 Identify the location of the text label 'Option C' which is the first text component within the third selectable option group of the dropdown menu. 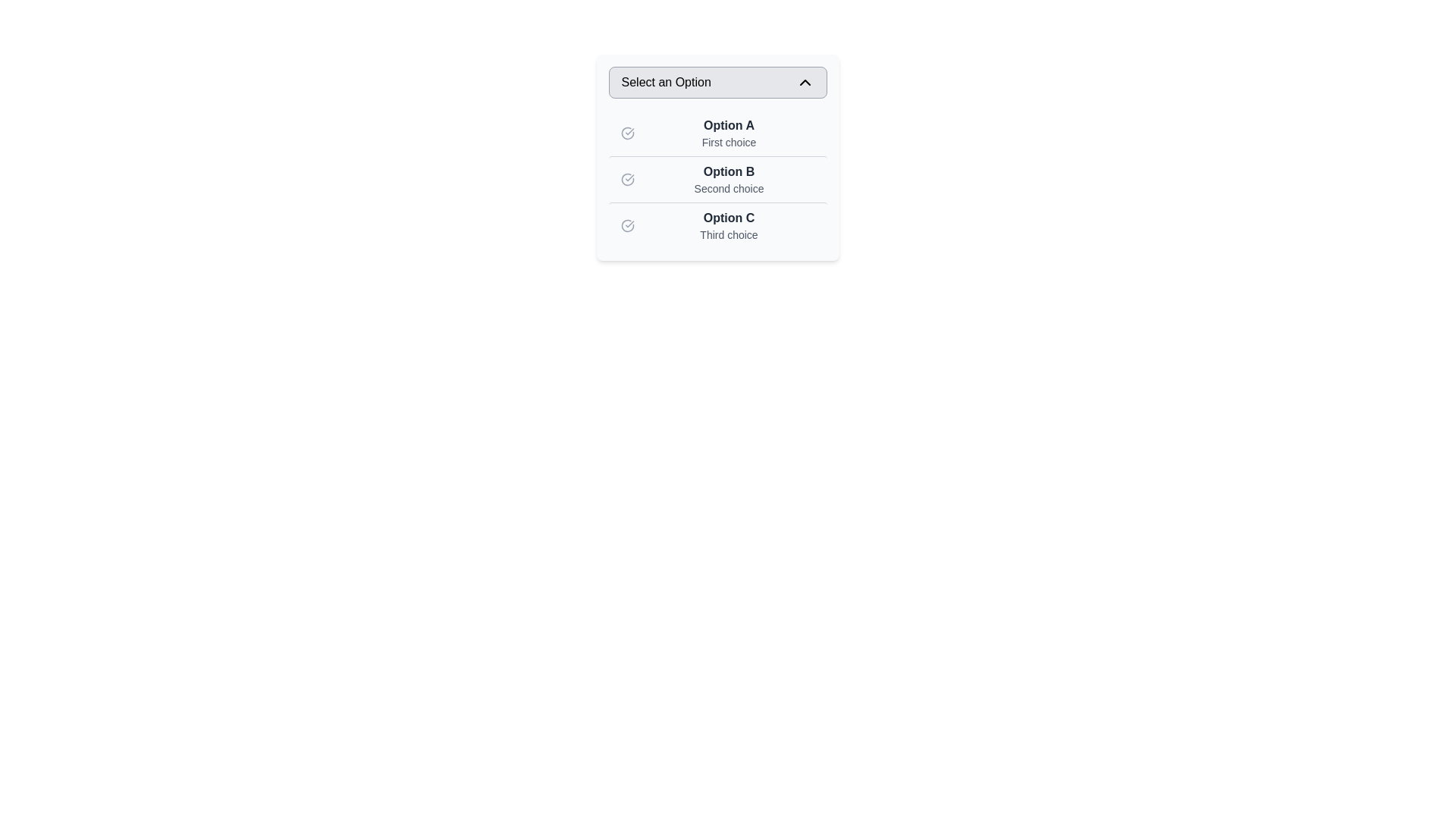
(729, 218).